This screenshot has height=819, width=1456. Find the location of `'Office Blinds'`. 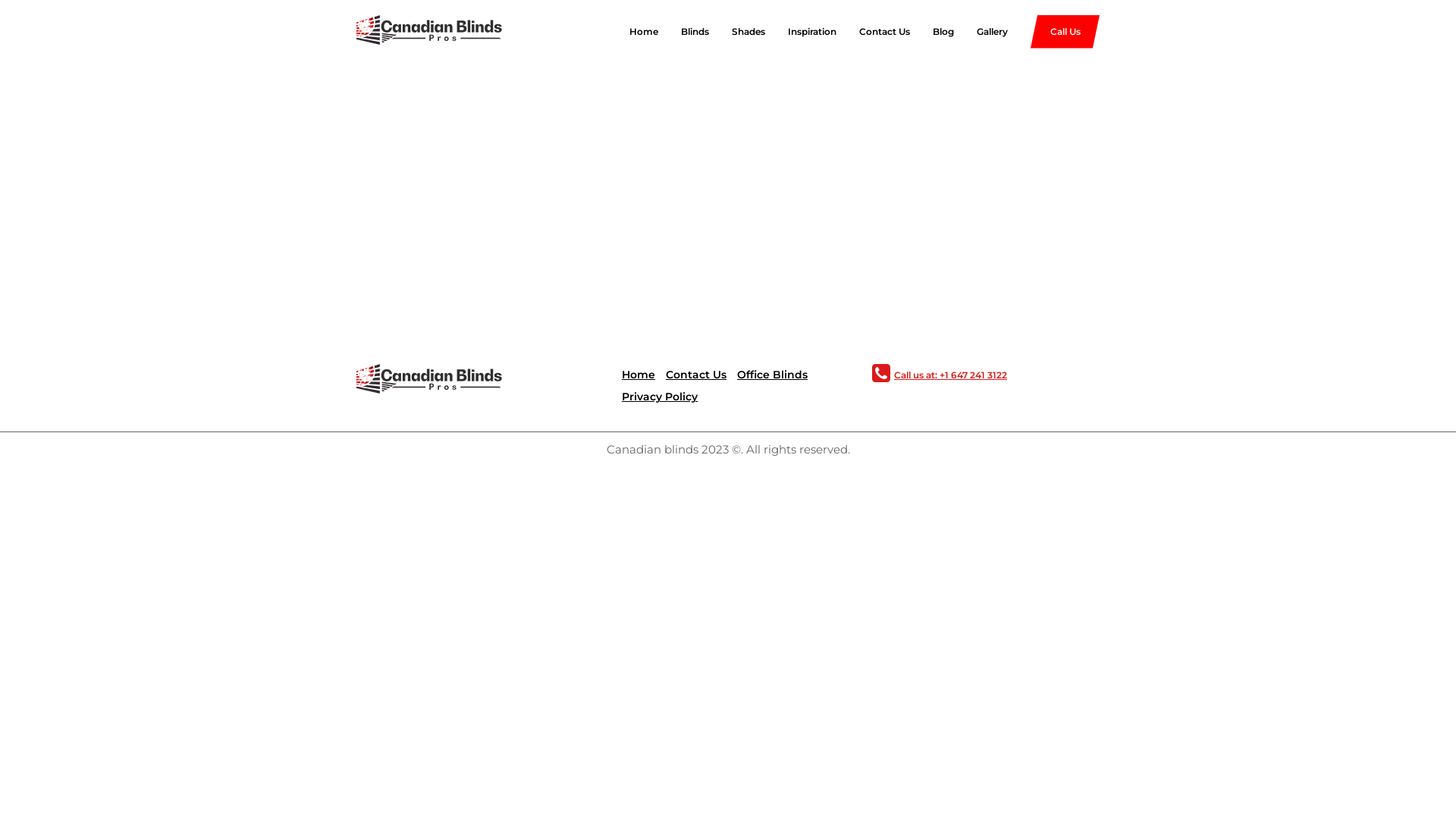

'Office Blinds' is located at coordinates (736, 374).